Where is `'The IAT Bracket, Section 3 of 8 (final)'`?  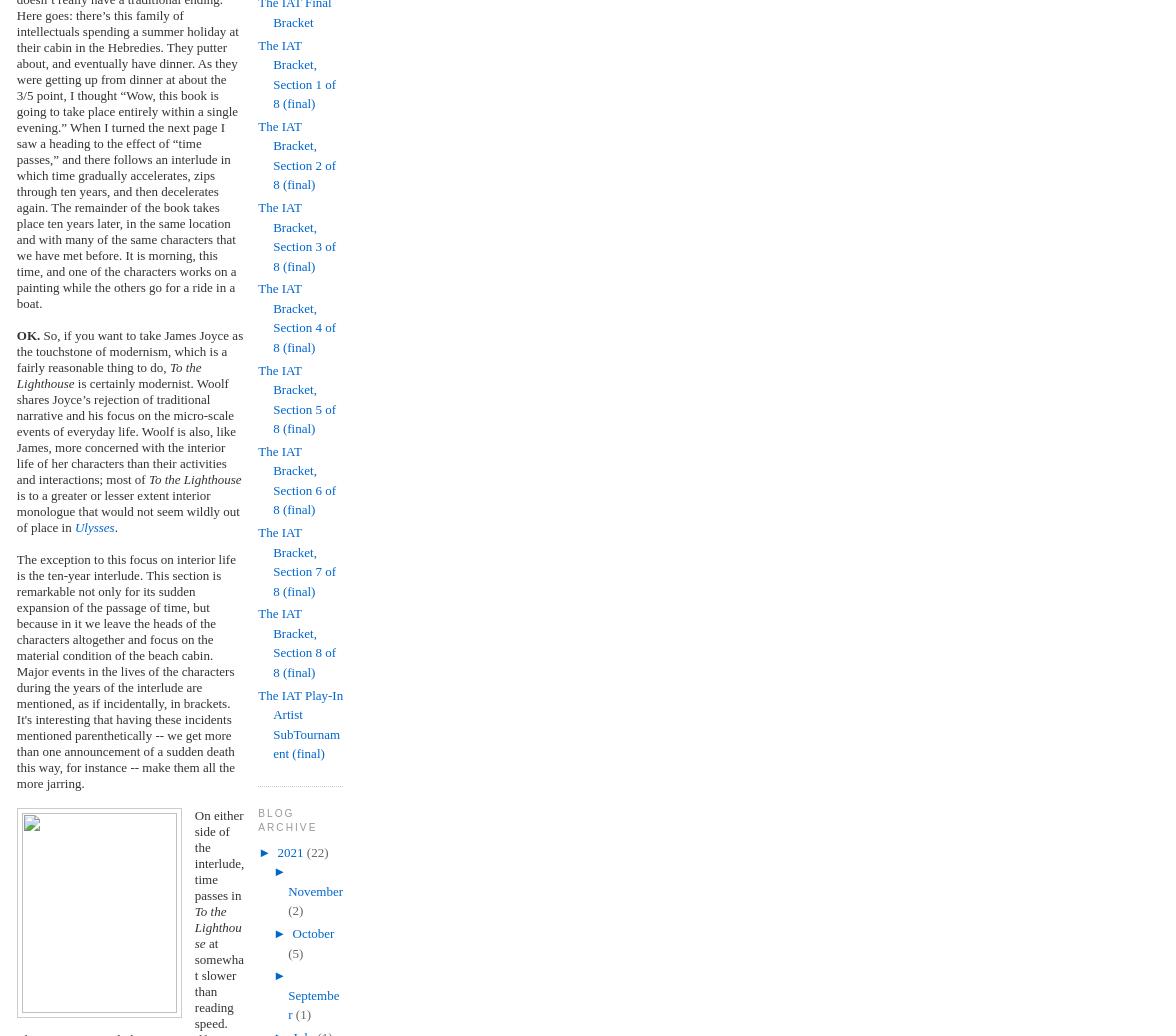 'The IAT Bracket, Section 3 of 8 (final)' is located at coordinates (296, 236).